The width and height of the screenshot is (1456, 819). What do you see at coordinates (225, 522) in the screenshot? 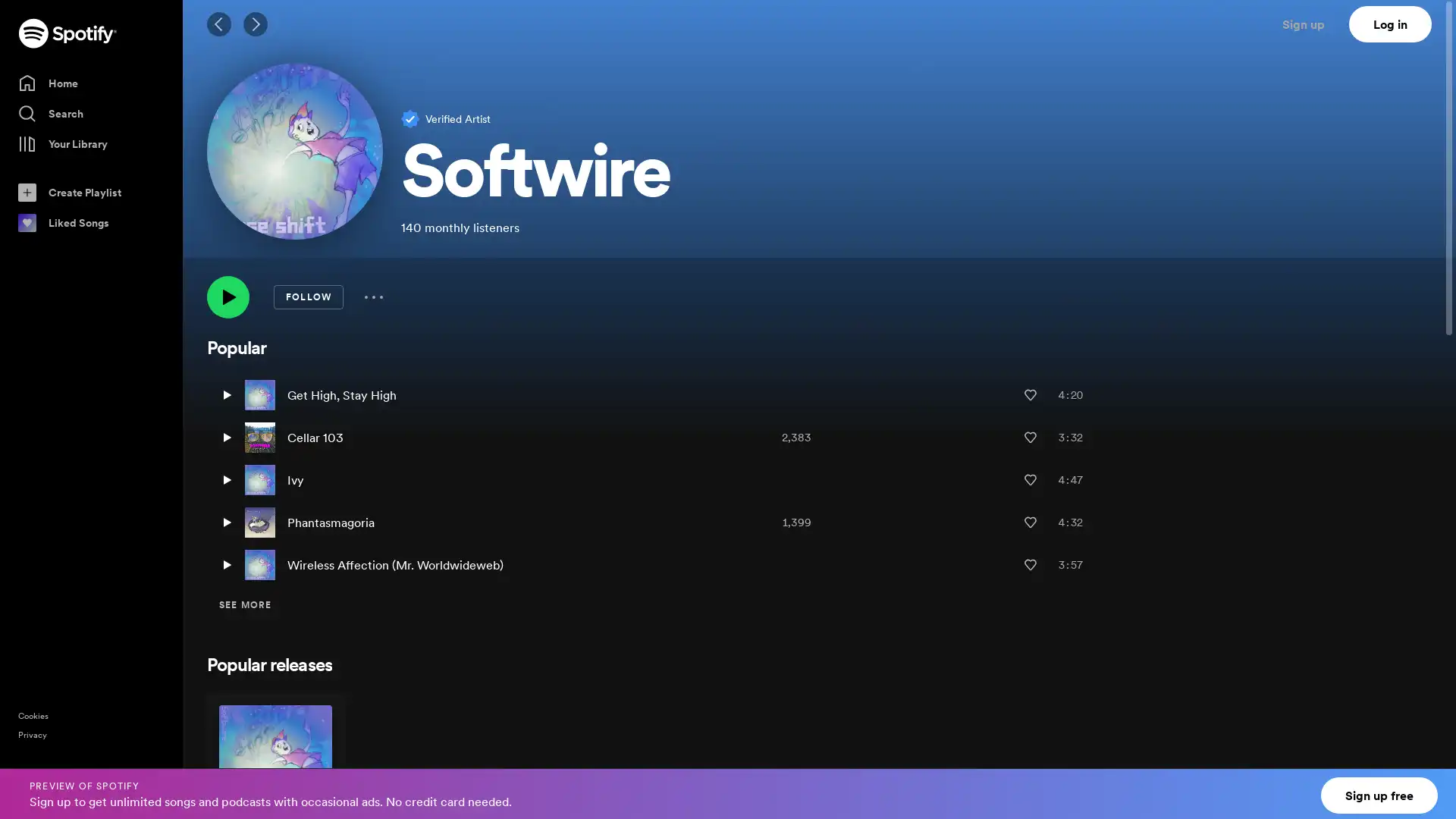
I see `Play Phantasmagoria by Softwire` at bounding box center [225, 522].